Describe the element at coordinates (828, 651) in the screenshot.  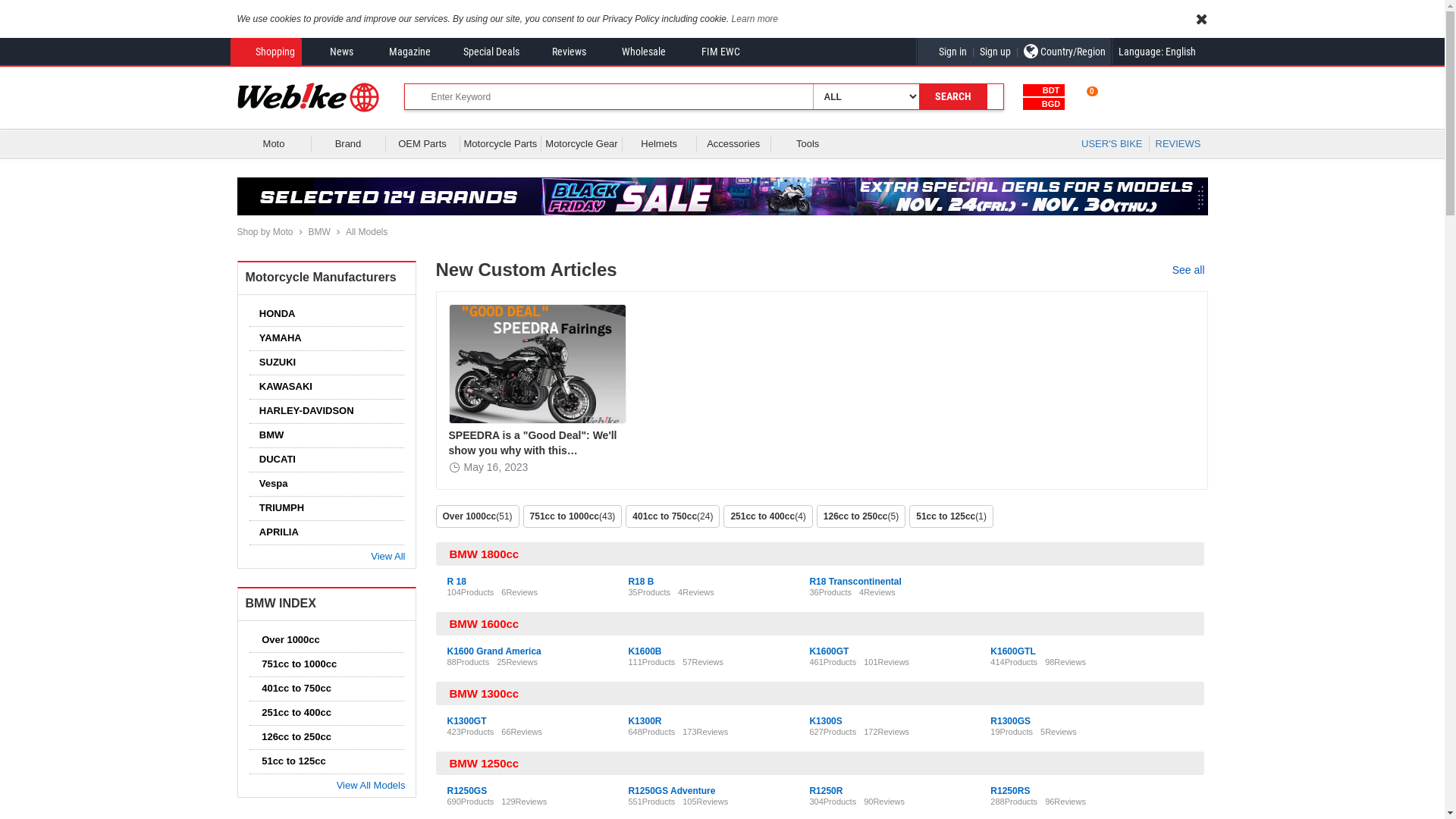
I see `'K1600GT'` at that location.